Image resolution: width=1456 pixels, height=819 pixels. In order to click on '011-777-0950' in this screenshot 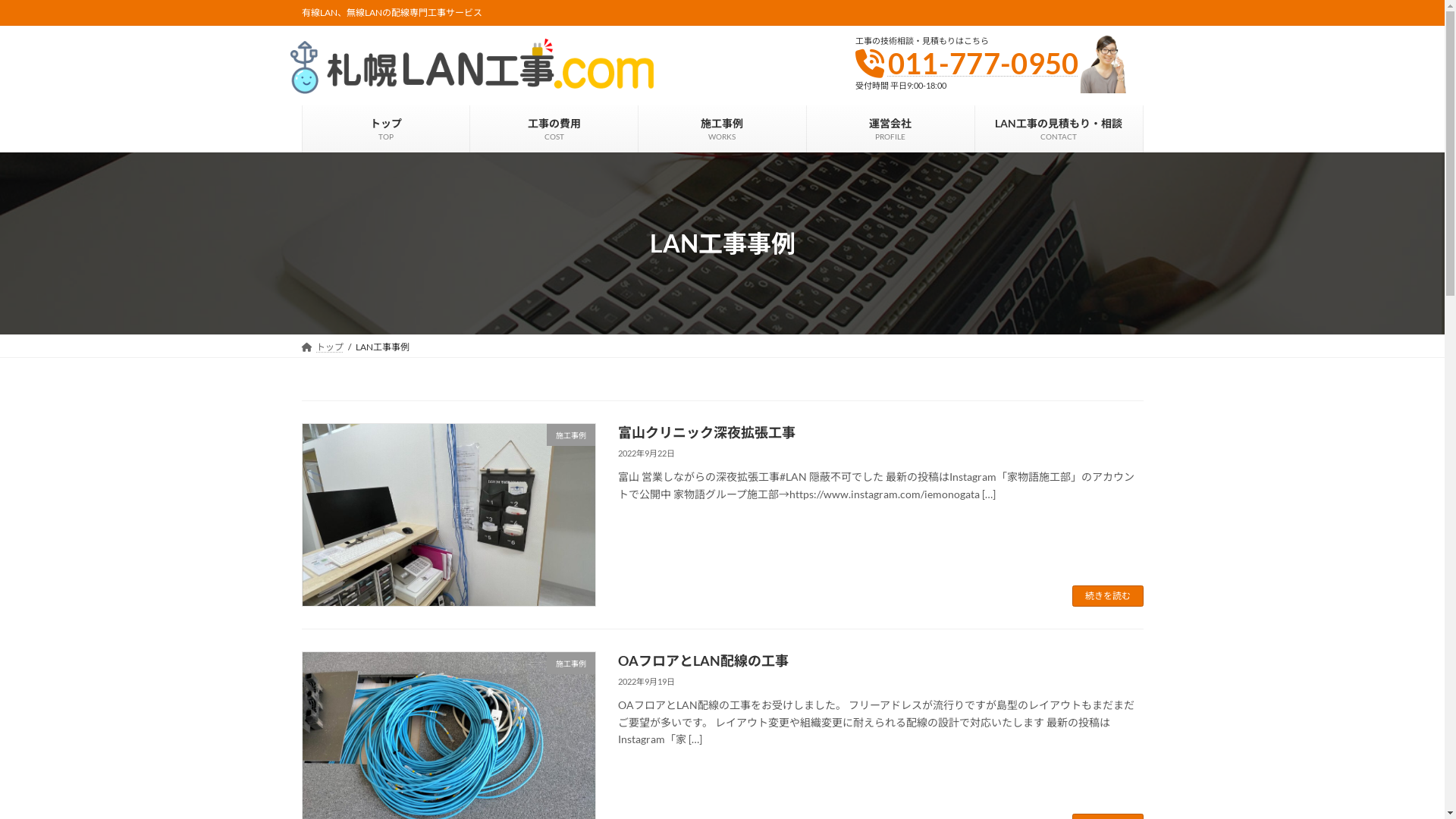, I will do `click(888, 62)`.